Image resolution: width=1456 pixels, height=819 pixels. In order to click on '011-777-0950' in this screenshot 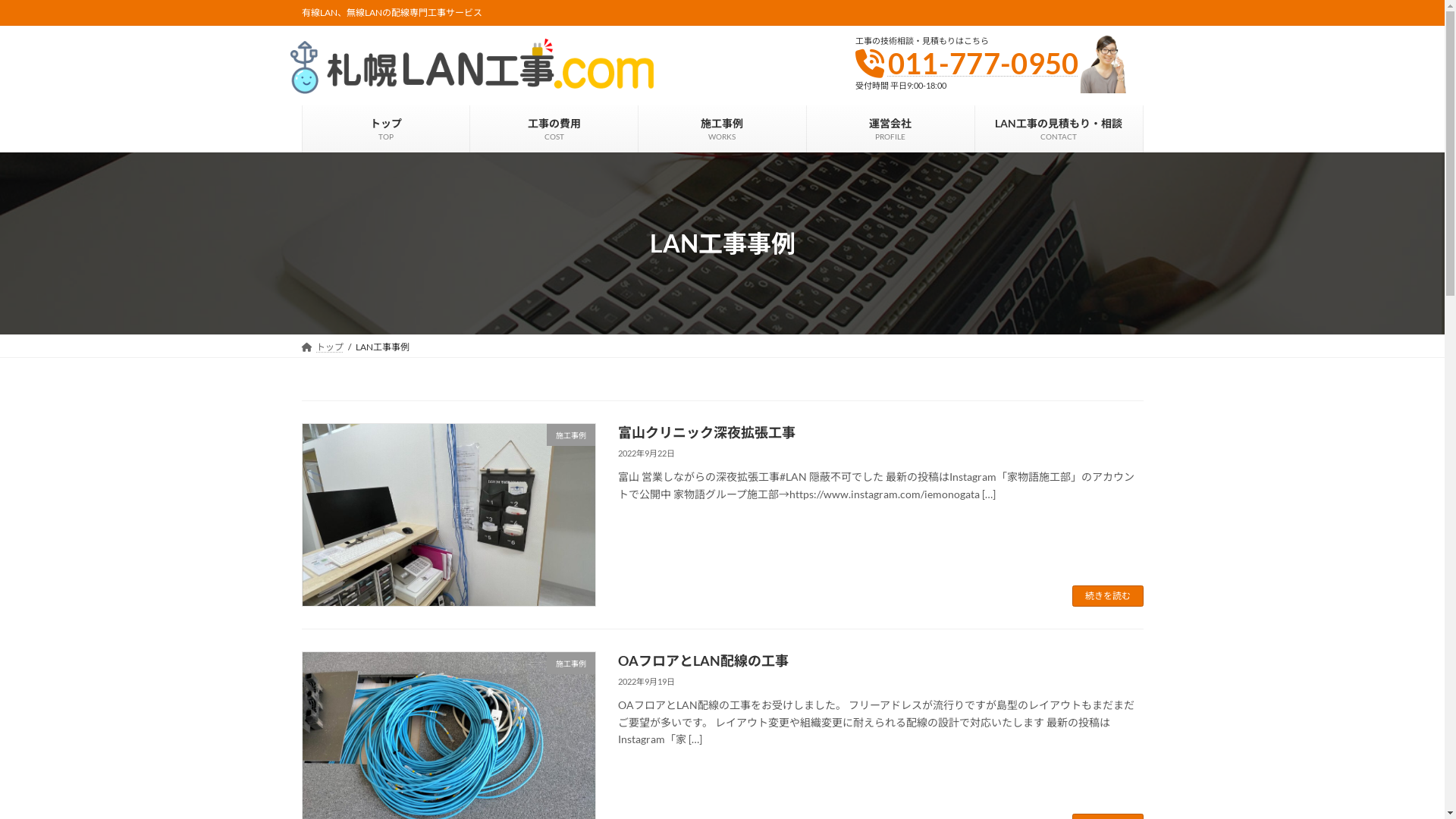, I will do `click(888, 62)`.